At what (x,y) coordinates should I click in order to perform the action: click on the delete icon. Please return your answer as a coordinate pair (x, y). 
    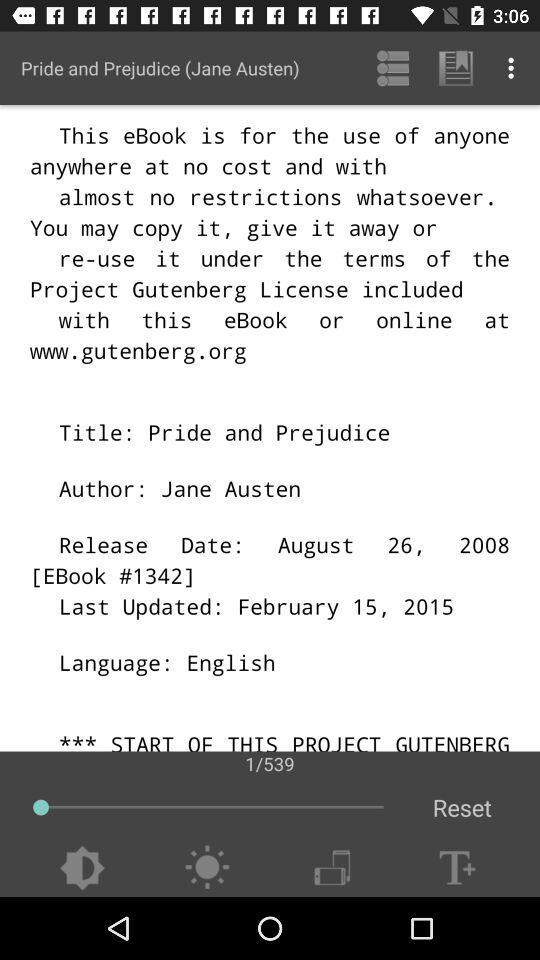
    Looking at the image, I should click on (332, 867).